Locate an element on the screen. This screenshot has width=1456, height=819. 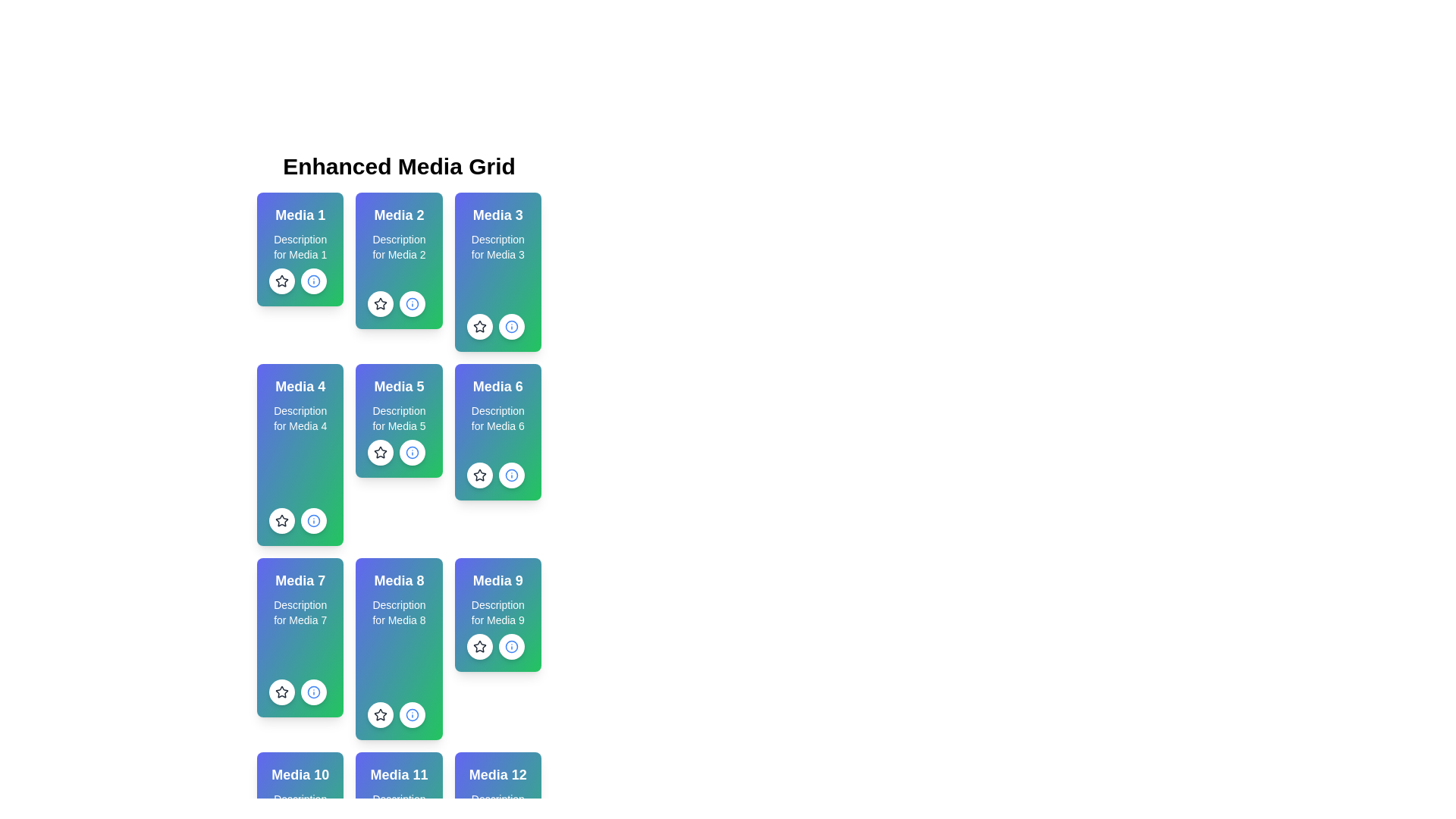
the text label displaying 'Media 10' which is styled in large, bold, white font, positioned in the bottom-left corner of the grid above 'Description for Media 10' is located at coordinates (300, 775).